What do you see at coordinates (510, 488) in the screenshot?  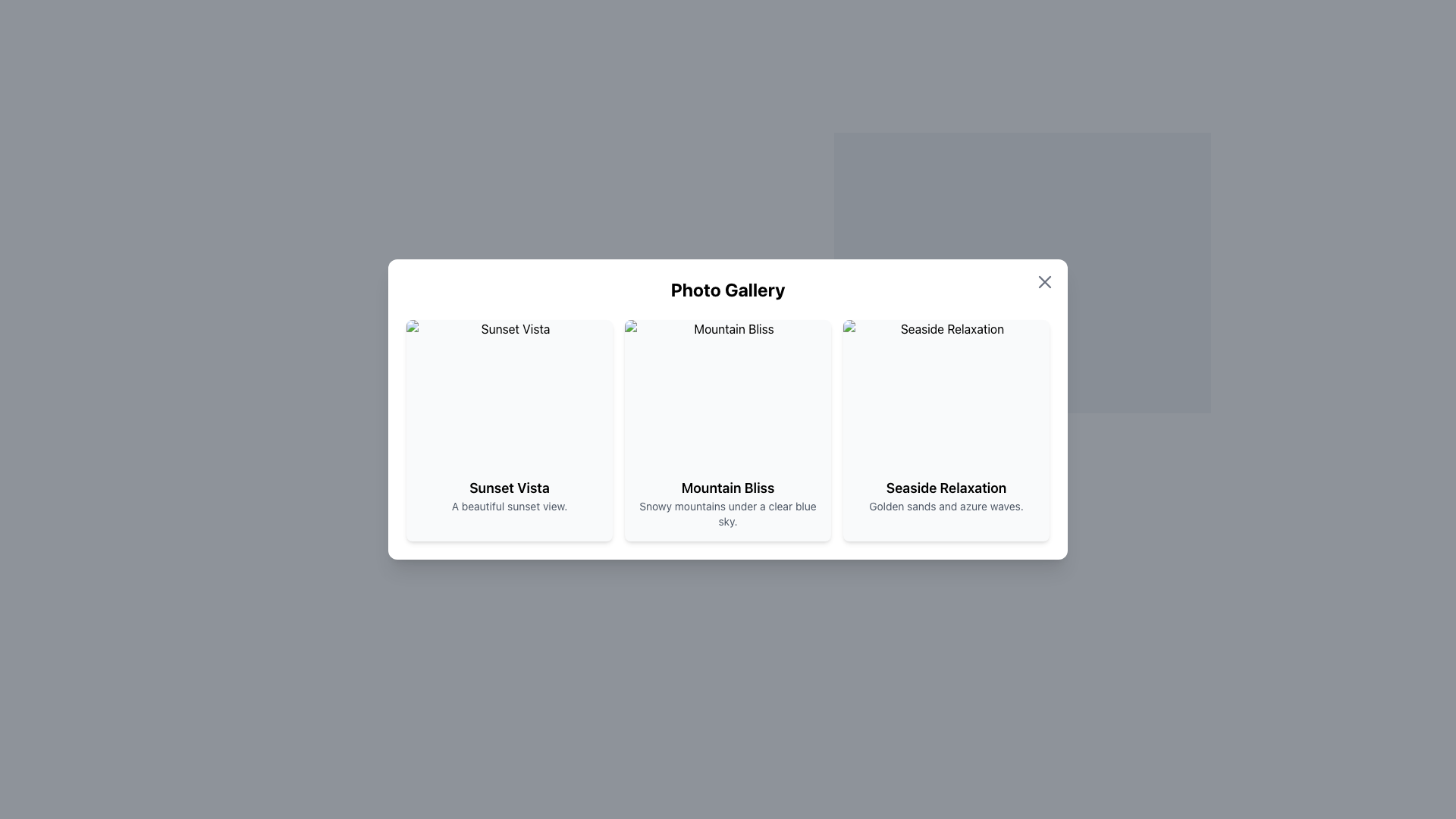 I see `the title text component within the leftmost card of the three-card layout in the 'Photo Gallery' panel, which identifies the content or theme of the card` at bounding box center [510, 488].